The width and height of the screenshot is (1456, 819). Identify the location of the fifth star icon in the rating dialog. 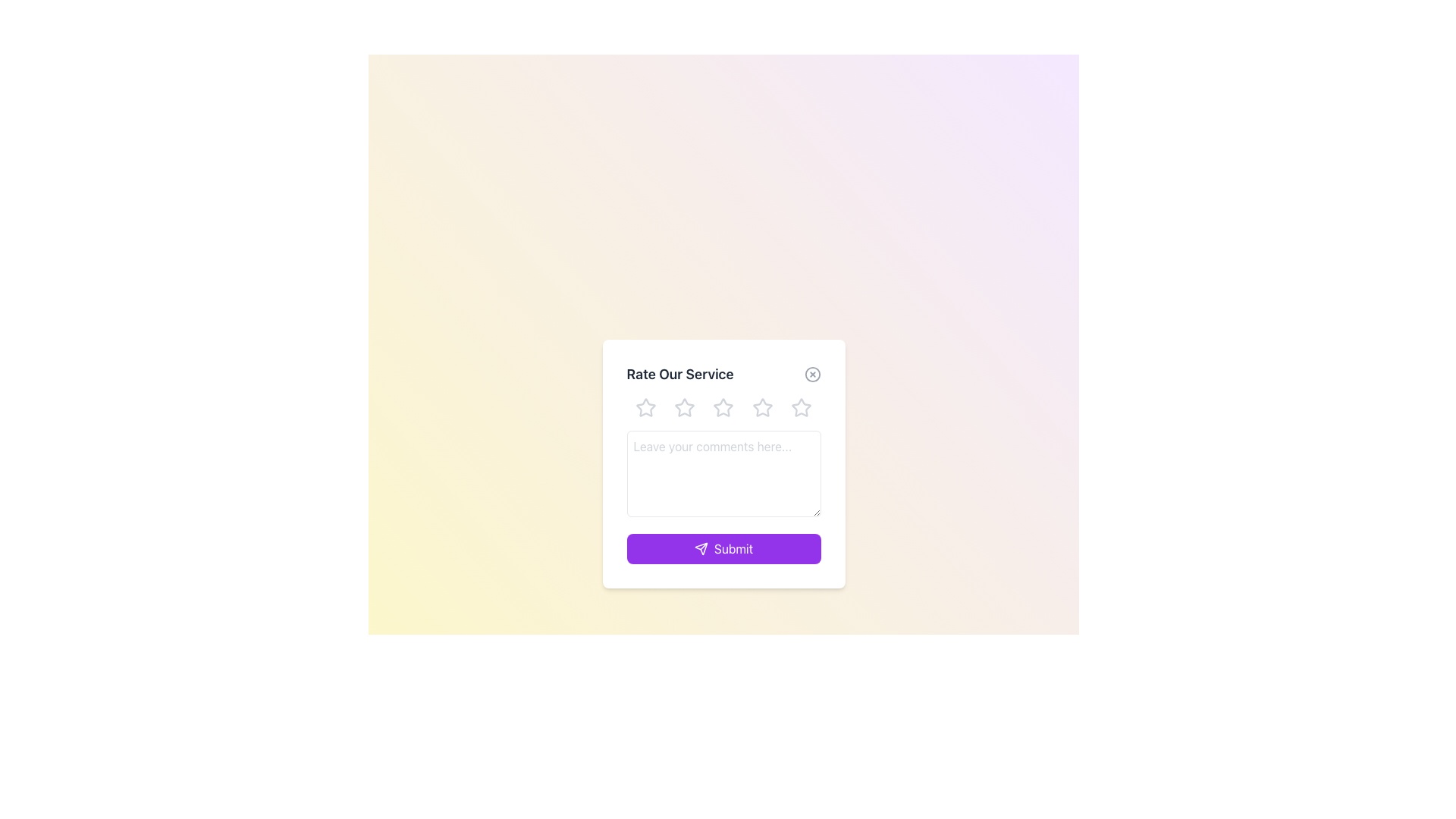
(800, 406).